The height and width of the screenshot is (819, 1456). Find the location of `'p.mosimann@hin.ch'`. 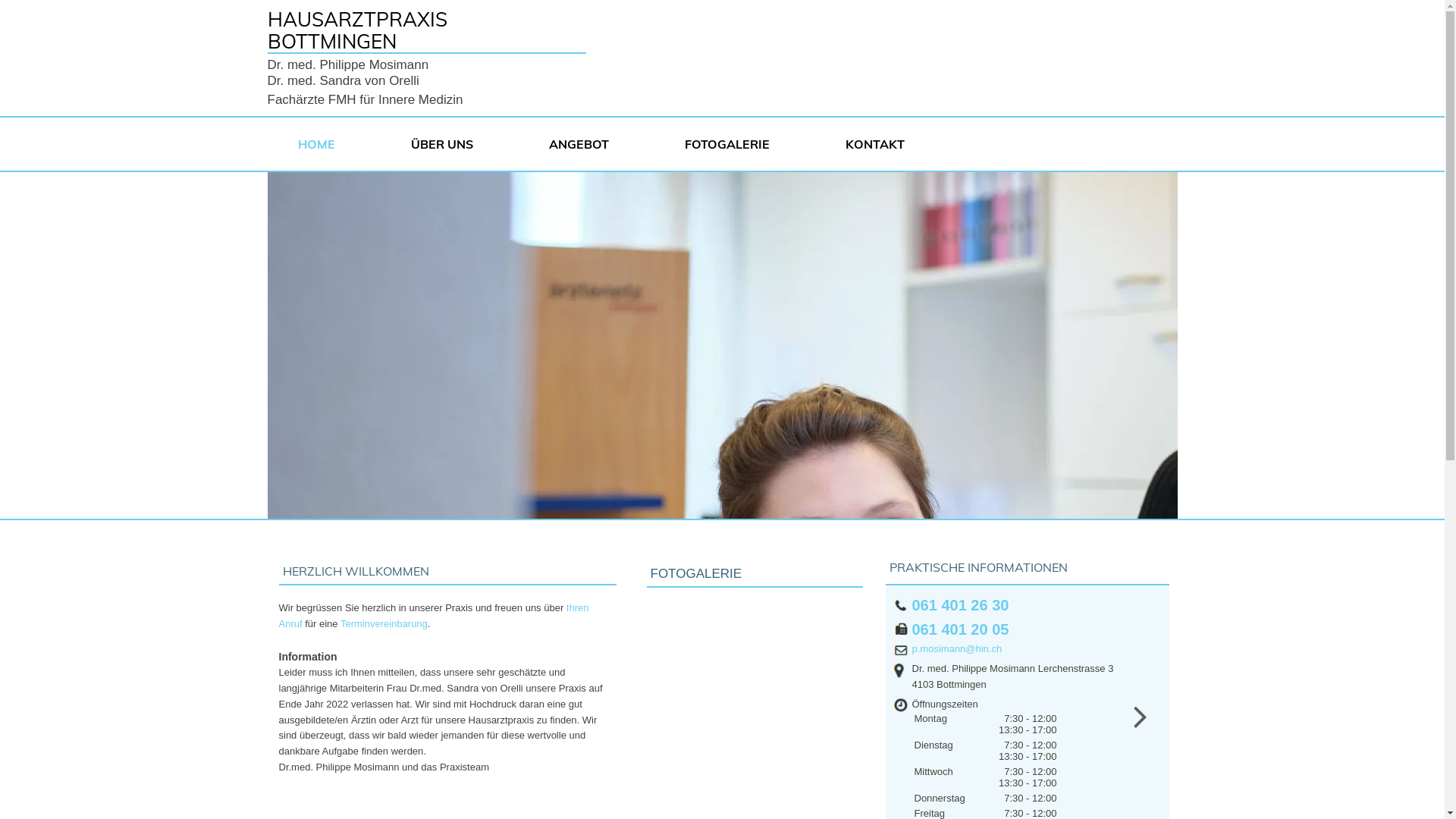

'p.mosimann@hin.ch' is located at coordinates (955, 648).